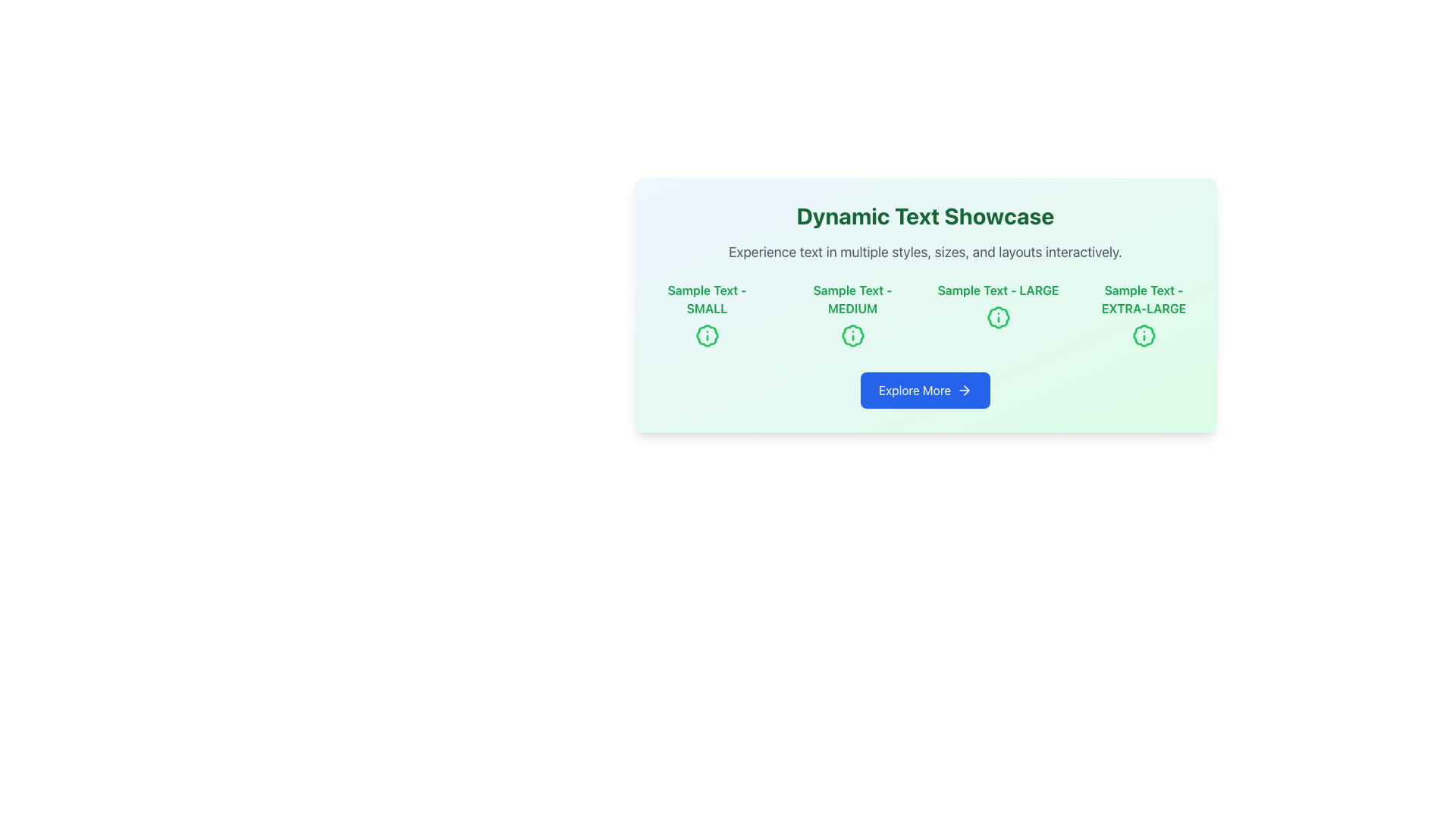 The image size is (1456, 819). I want to click on the composite UI component that features a green text label reading 'Sample Text - SMALL' and a circular icon with an 'i' below it, so click(706, 314).